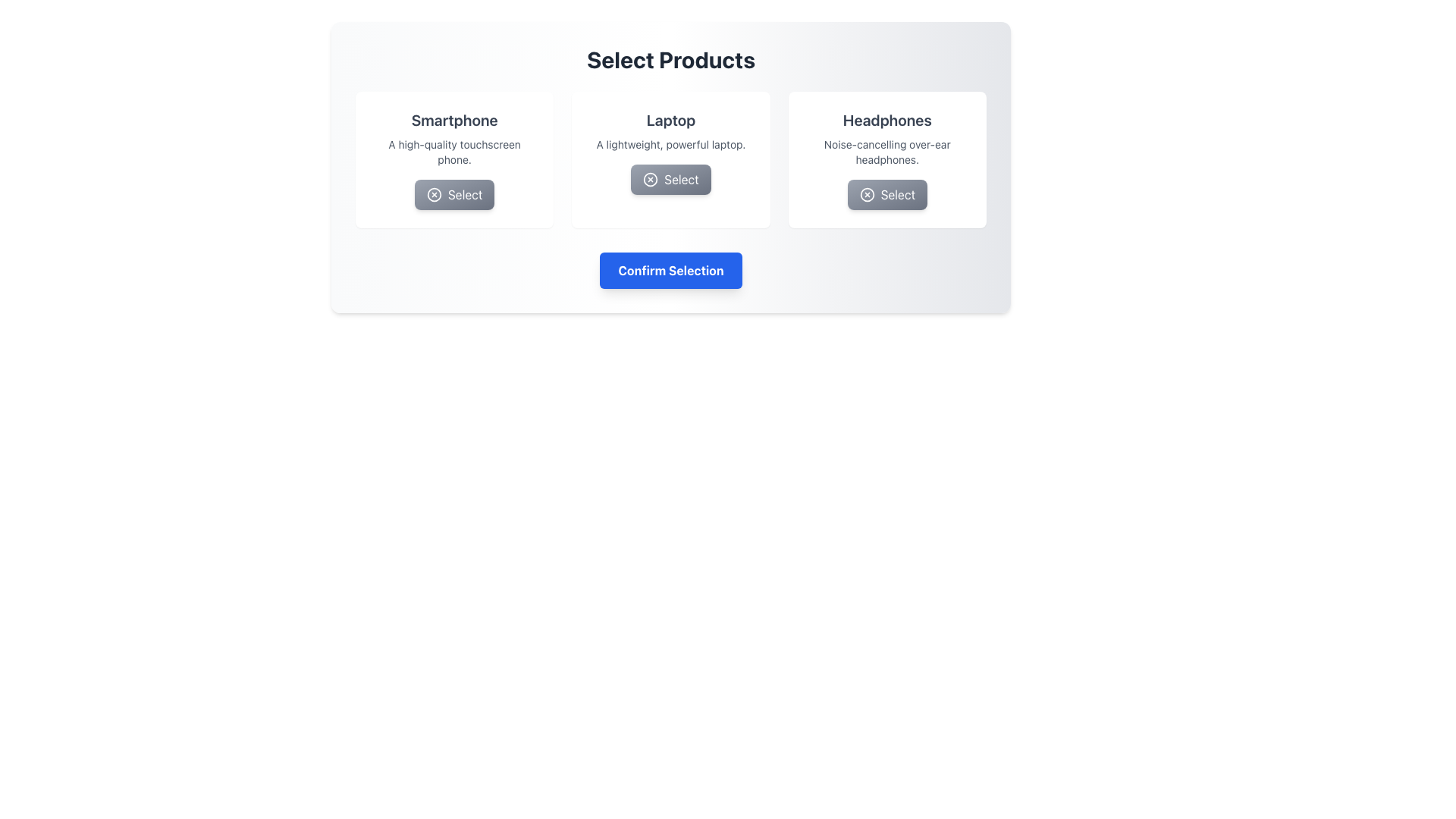 The image size is (1456, 819). I want to click on properties of the SVG circle icon representing a close or deselect action located in the middle button under the 'Laptop' selection box, so click(651, 178).